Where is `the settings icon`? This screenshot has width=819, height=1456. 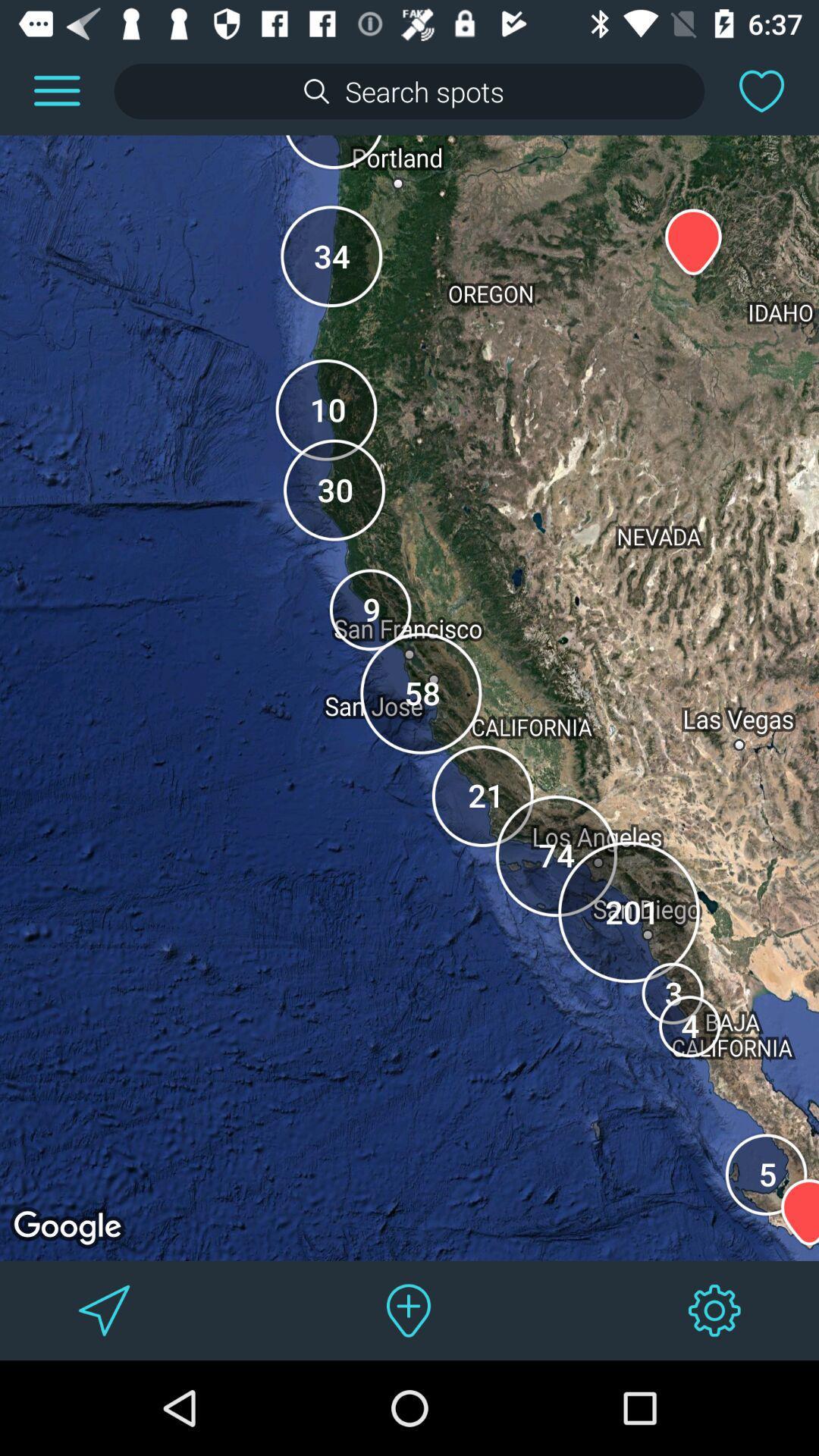 the settings icon is located at coordinates (714, 1310).